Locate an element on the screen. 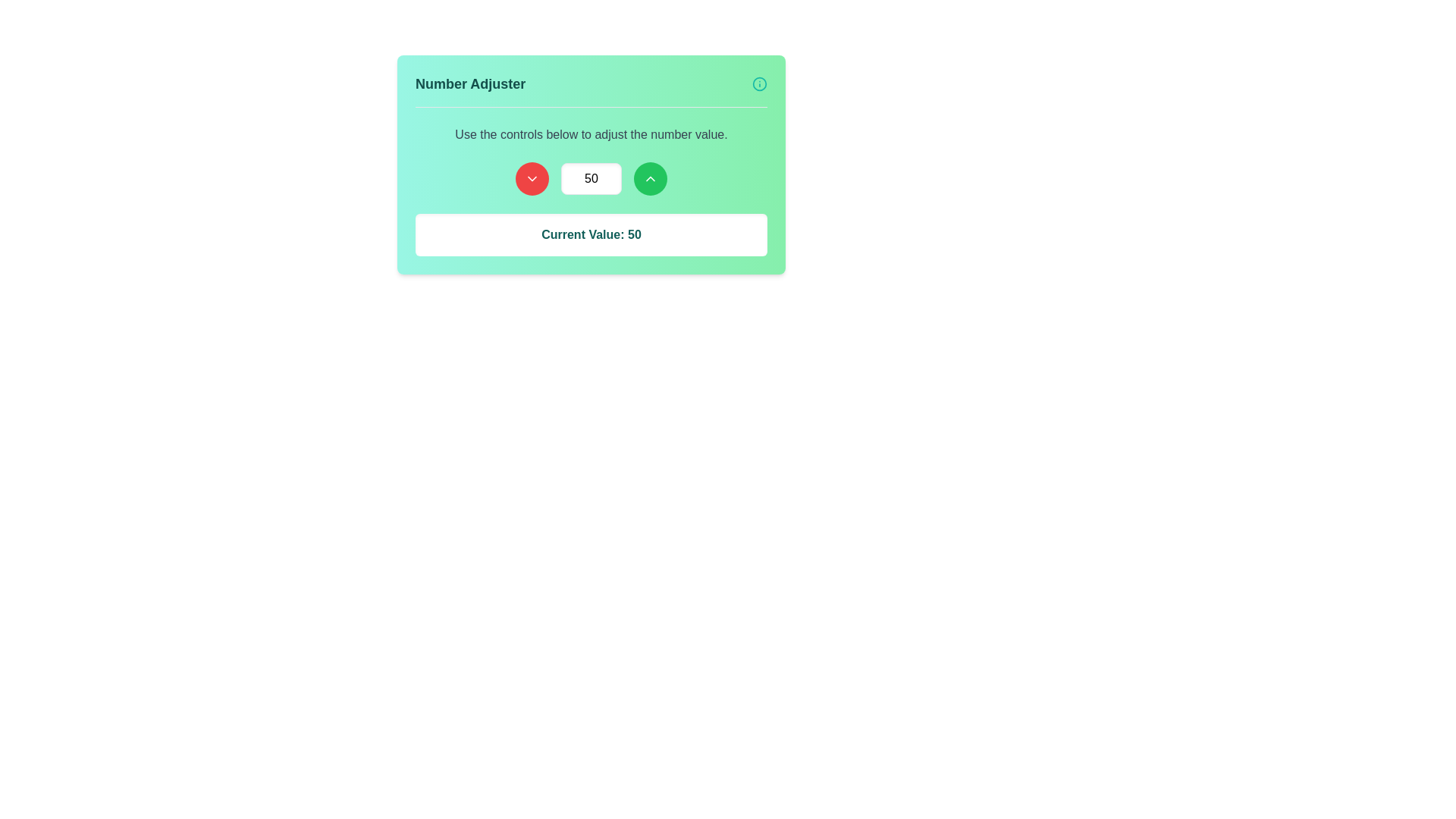 The image size is (1456, 819). the decrement icon located within the red circular button to the left of the numeric input field is located at coordinates (532, 177).